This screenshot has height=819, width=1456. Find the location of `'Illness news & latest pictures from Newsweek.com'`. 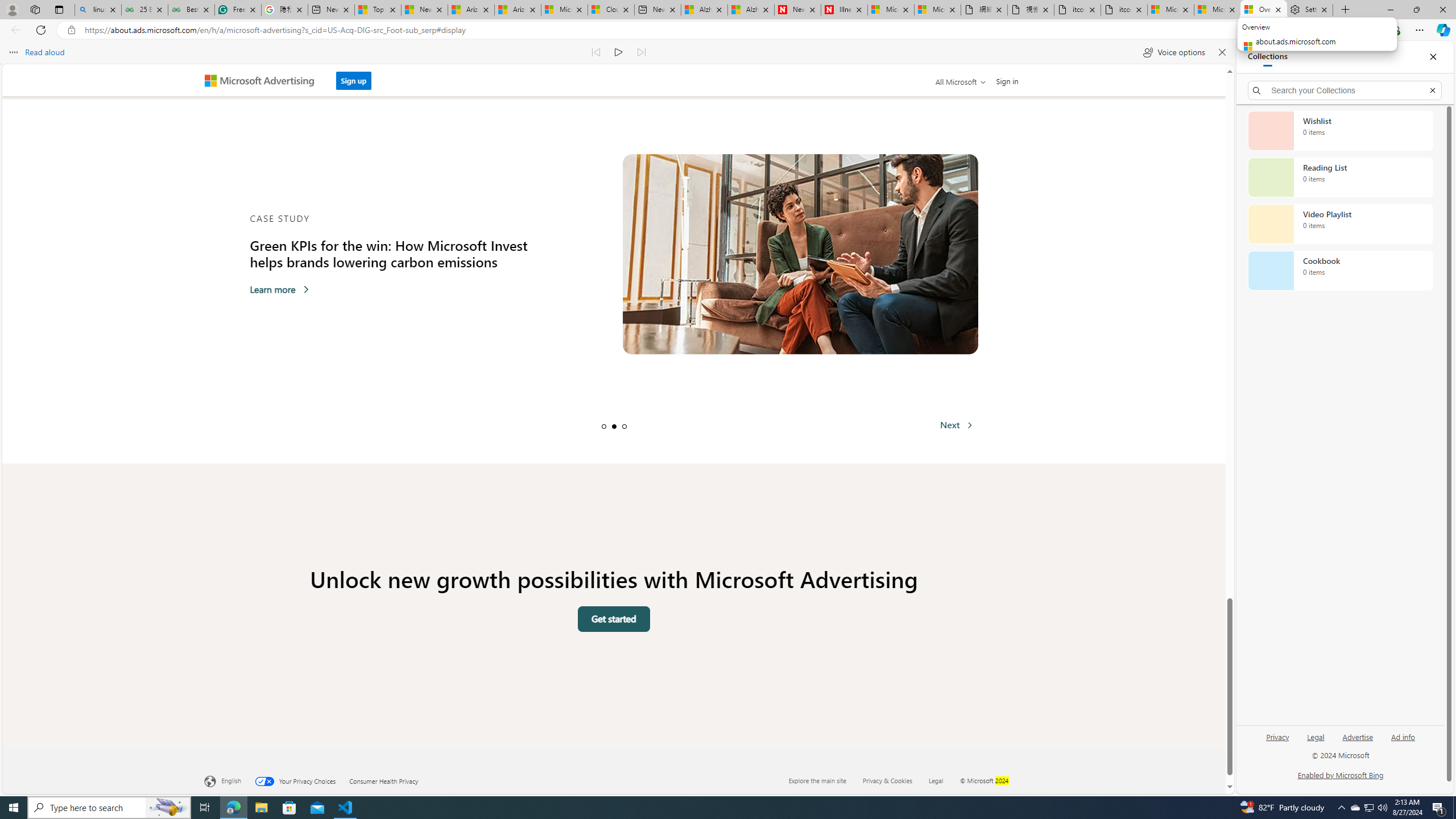

'Illness news & latest pictures from Newsweek.com' is located at coordinates (843, 9).